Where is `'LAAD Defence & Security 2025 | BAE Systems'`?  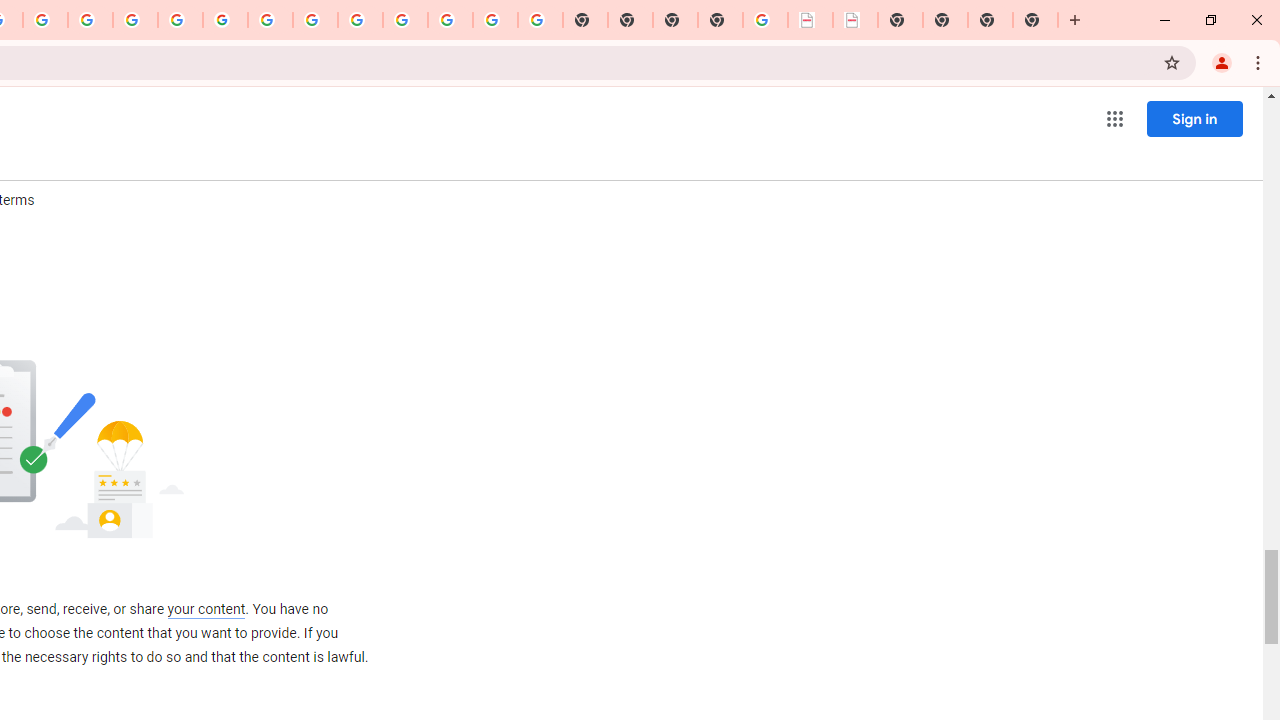 'LAAD Defence & Security 2025 | BAE Systems' is located at coordinates (810, 20).